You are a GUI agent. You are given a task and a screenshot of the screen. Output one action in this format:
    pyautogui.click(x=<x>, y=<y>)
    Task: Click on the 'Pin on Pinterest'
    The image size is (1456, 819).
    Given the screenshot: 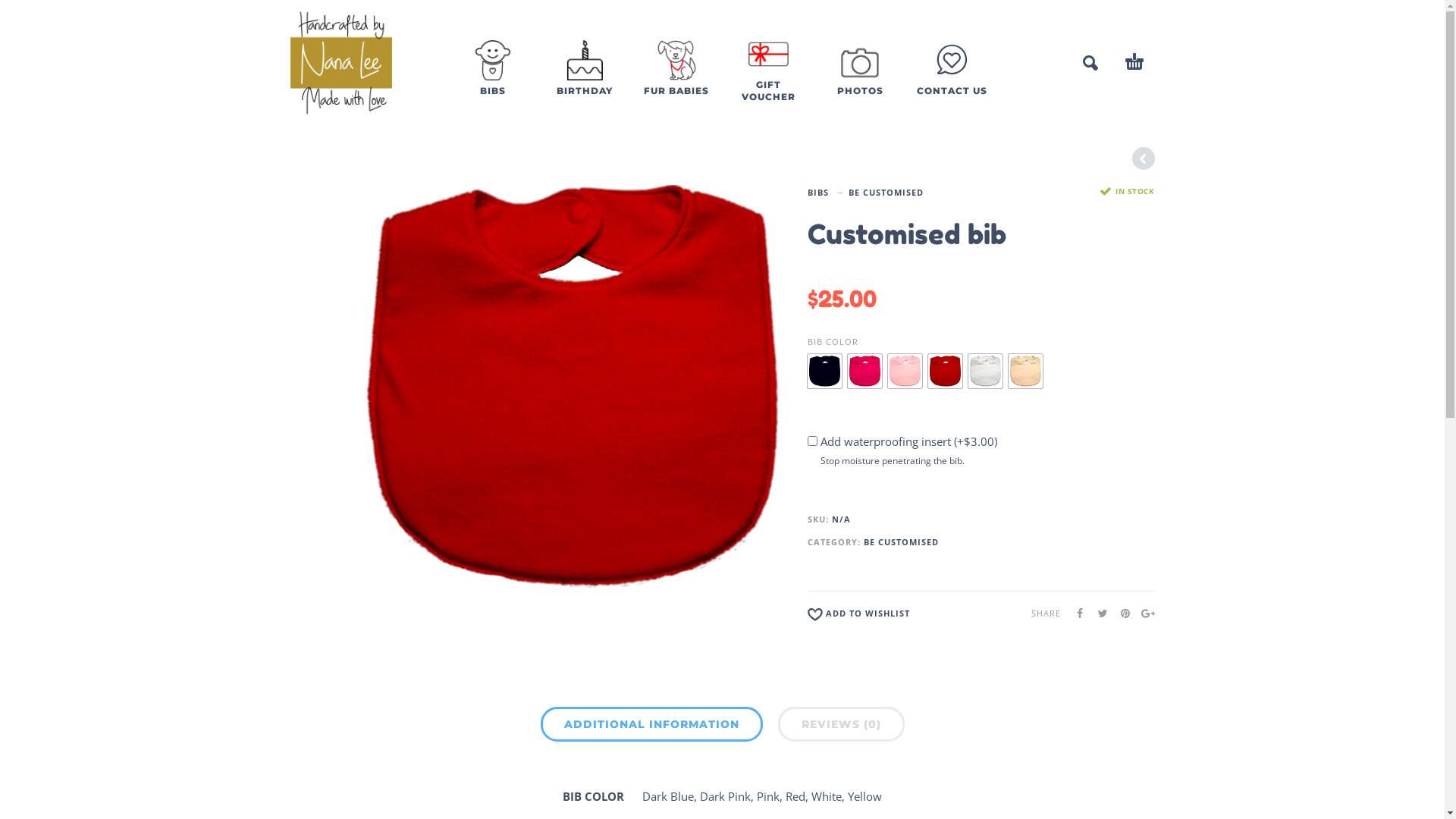 What is the action you would take?
    pyautogui.click(x=1120, y=612)
    